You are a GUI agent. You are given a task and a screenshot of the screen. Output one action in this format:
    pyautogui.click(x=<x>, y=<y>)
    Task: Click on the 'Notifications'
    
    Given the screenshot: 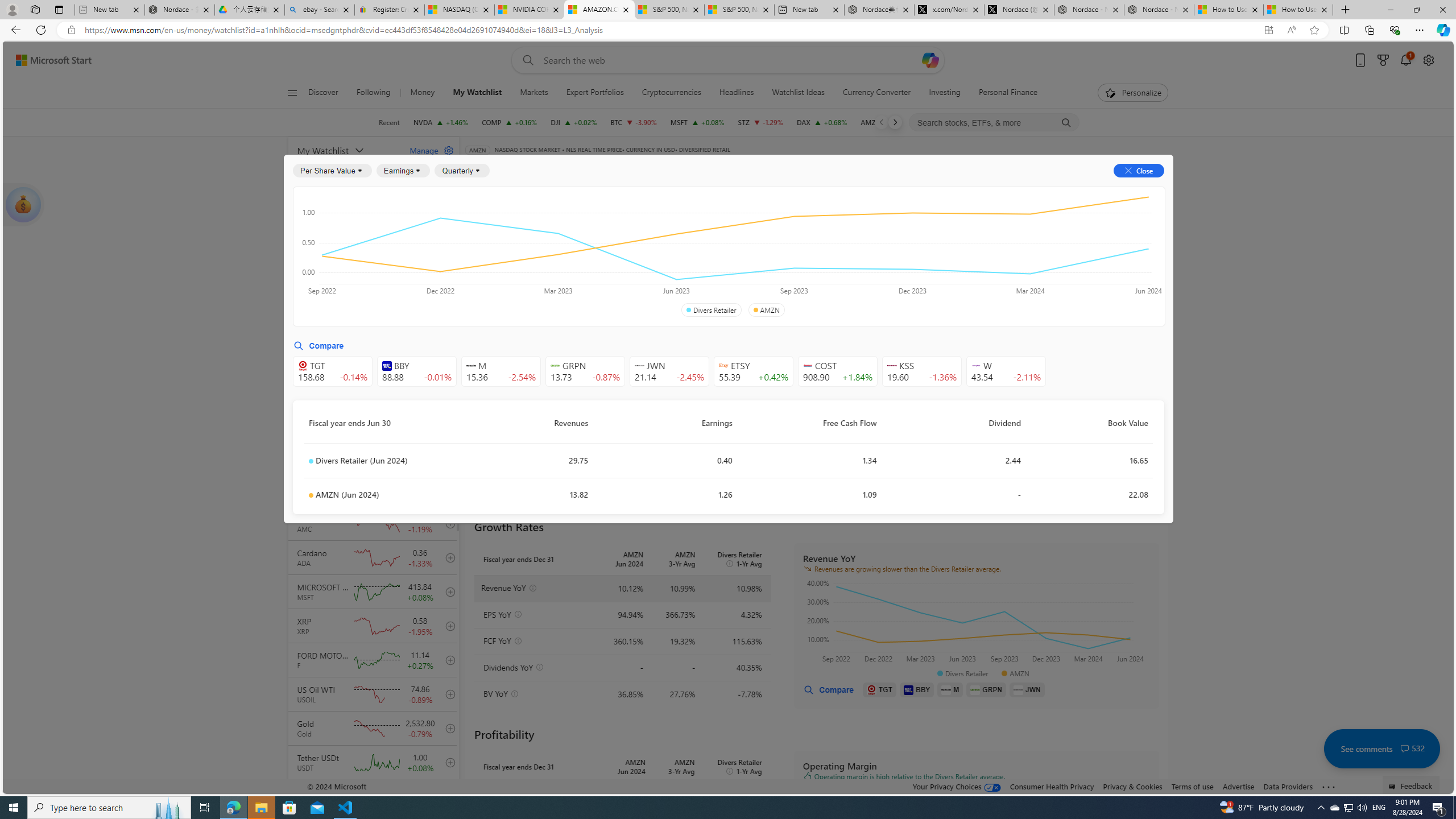 What is the action you would take?
    pyautogui.click(x=1405, y=60)
    